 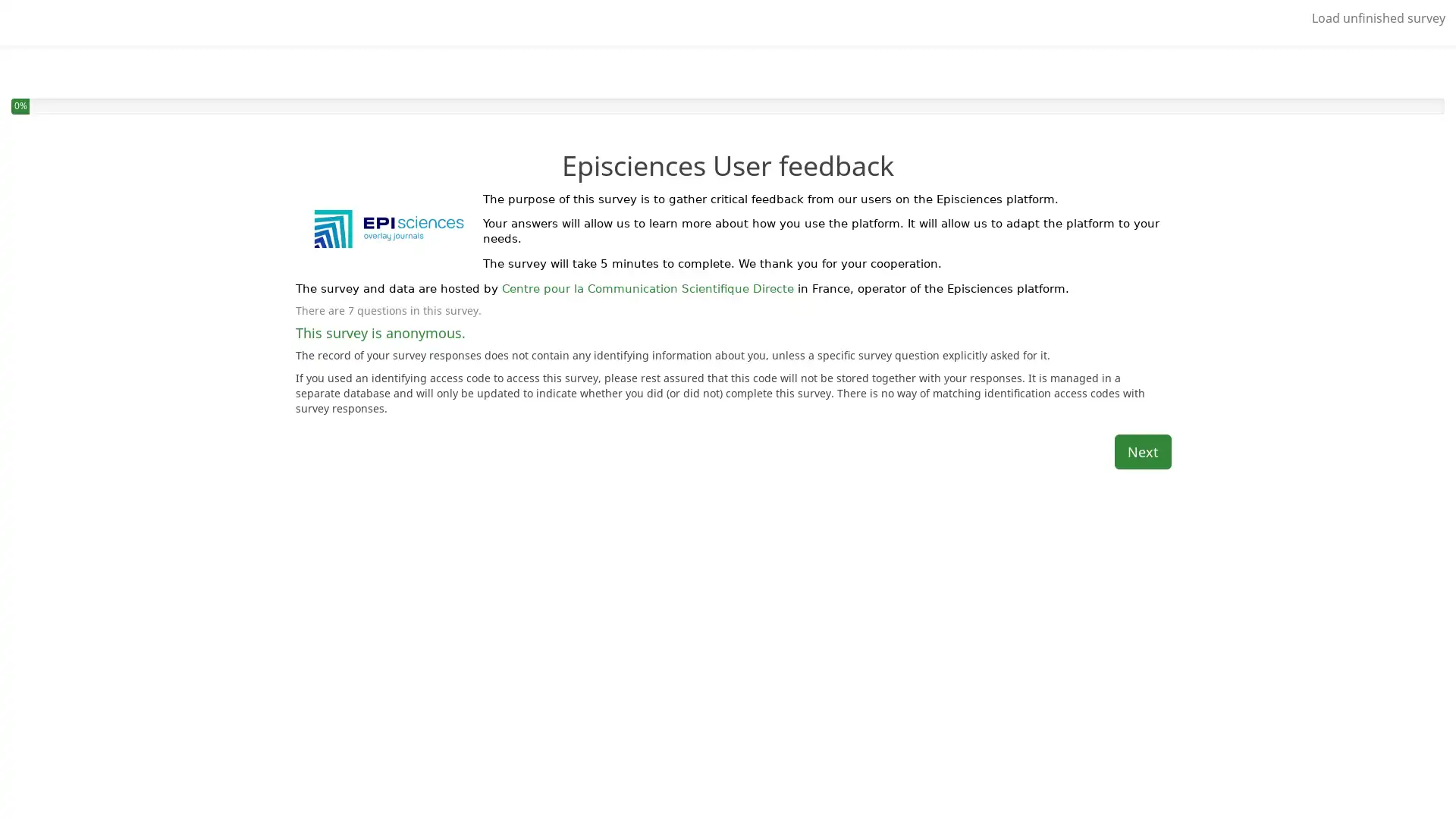 I want to click on Next, so click(x=1143, y=451).